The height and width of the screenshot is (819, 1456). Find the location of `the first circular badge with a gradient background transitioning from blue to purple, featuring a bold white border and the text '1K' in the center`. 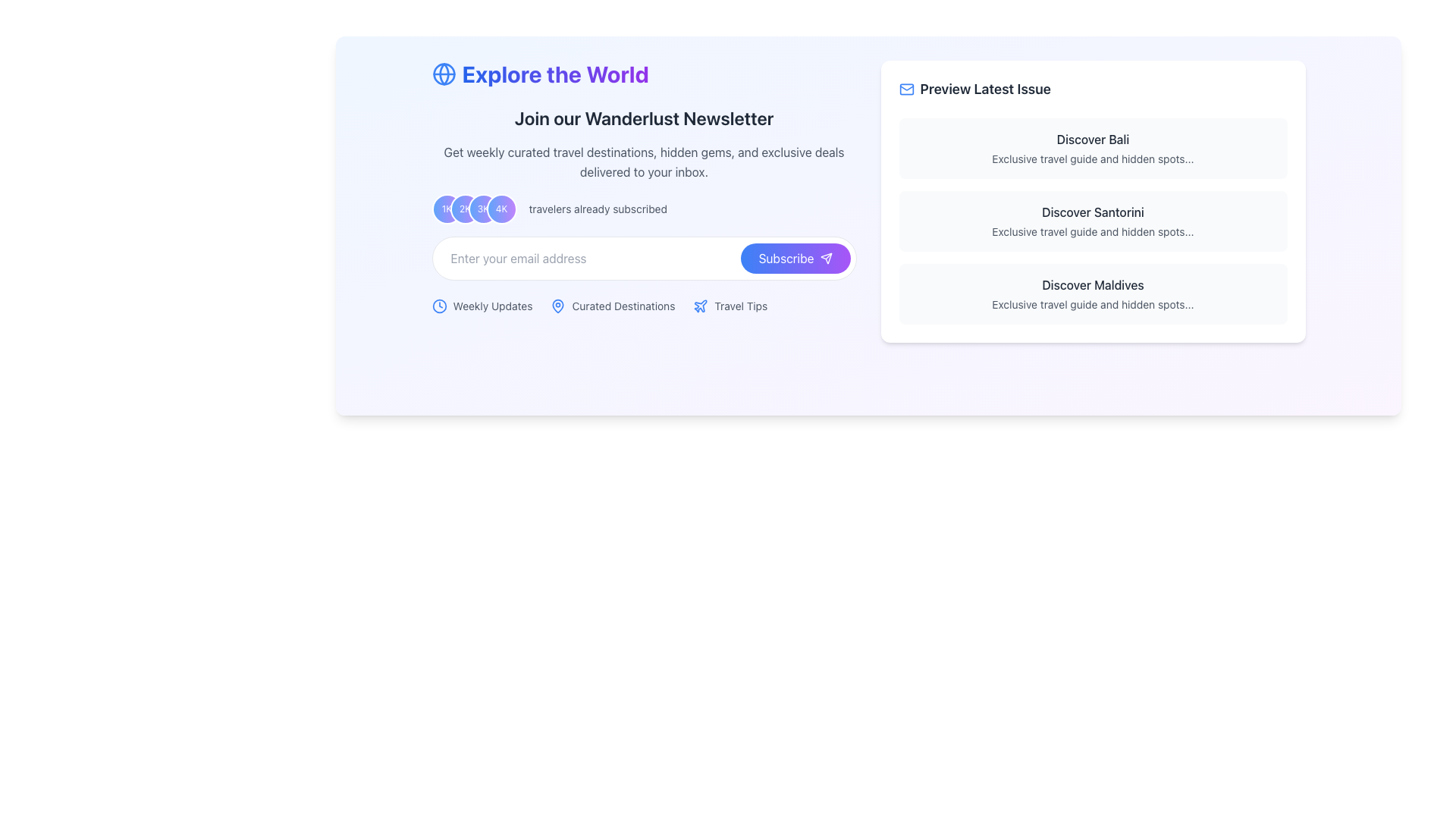

the first circular badge with a gradient background transitioning from blue to purple, featuring a bold white border and the text '1K' in the center is located at coordinates (446, 209).